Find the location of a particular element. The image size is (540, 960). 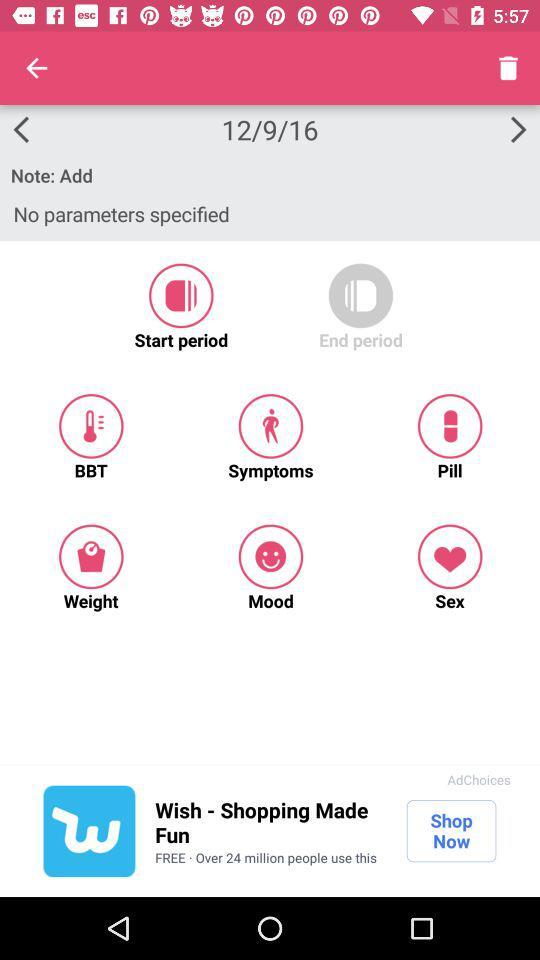

the note: add item is located at coordinates (270, 174).